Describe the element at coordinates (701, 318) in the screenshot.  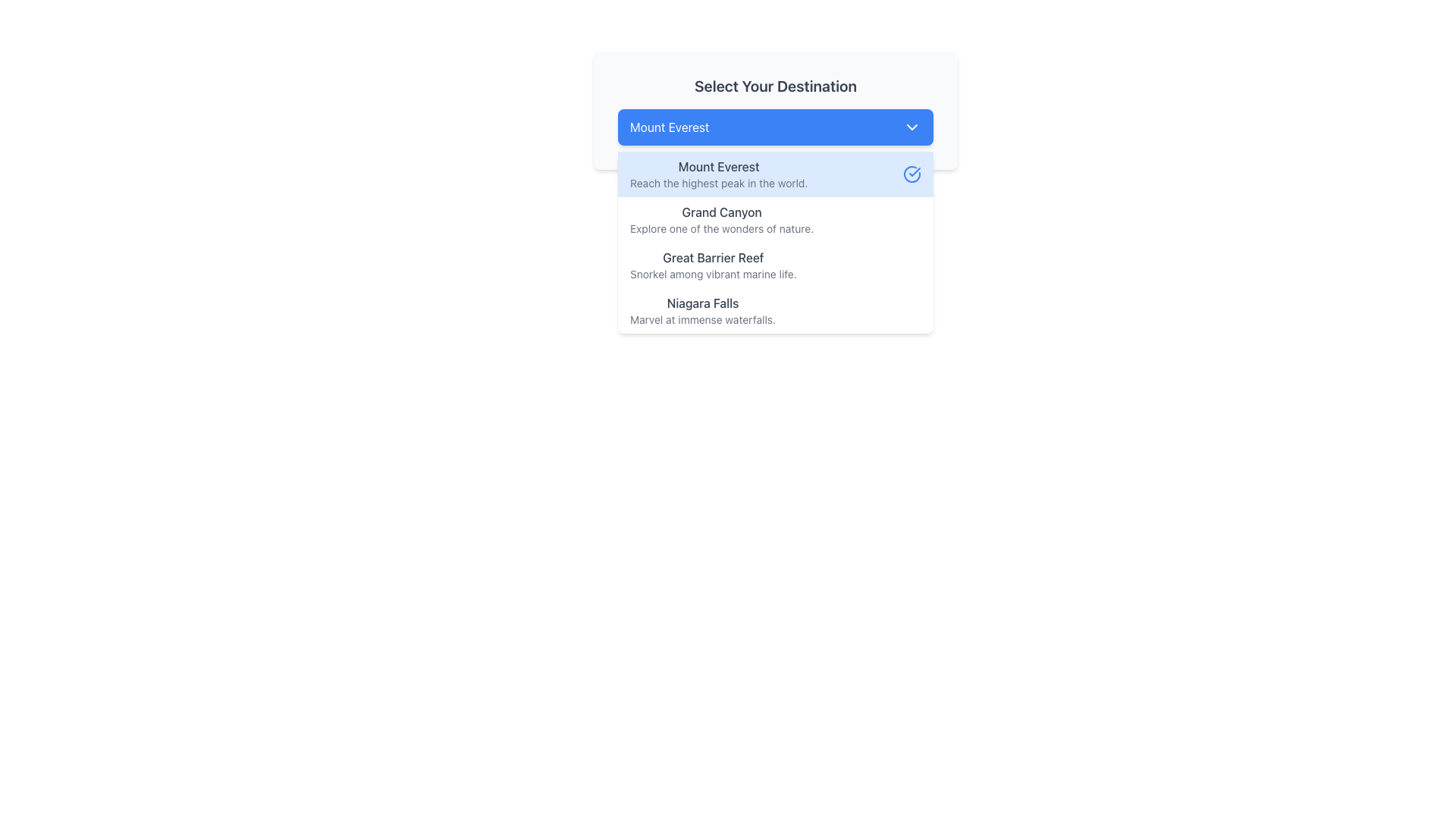
I see `the static descriptive text providing additional context about 'Niagara Falls' in the dropdown list, located directly below the heading text 'Niagara Falls'` at that location.